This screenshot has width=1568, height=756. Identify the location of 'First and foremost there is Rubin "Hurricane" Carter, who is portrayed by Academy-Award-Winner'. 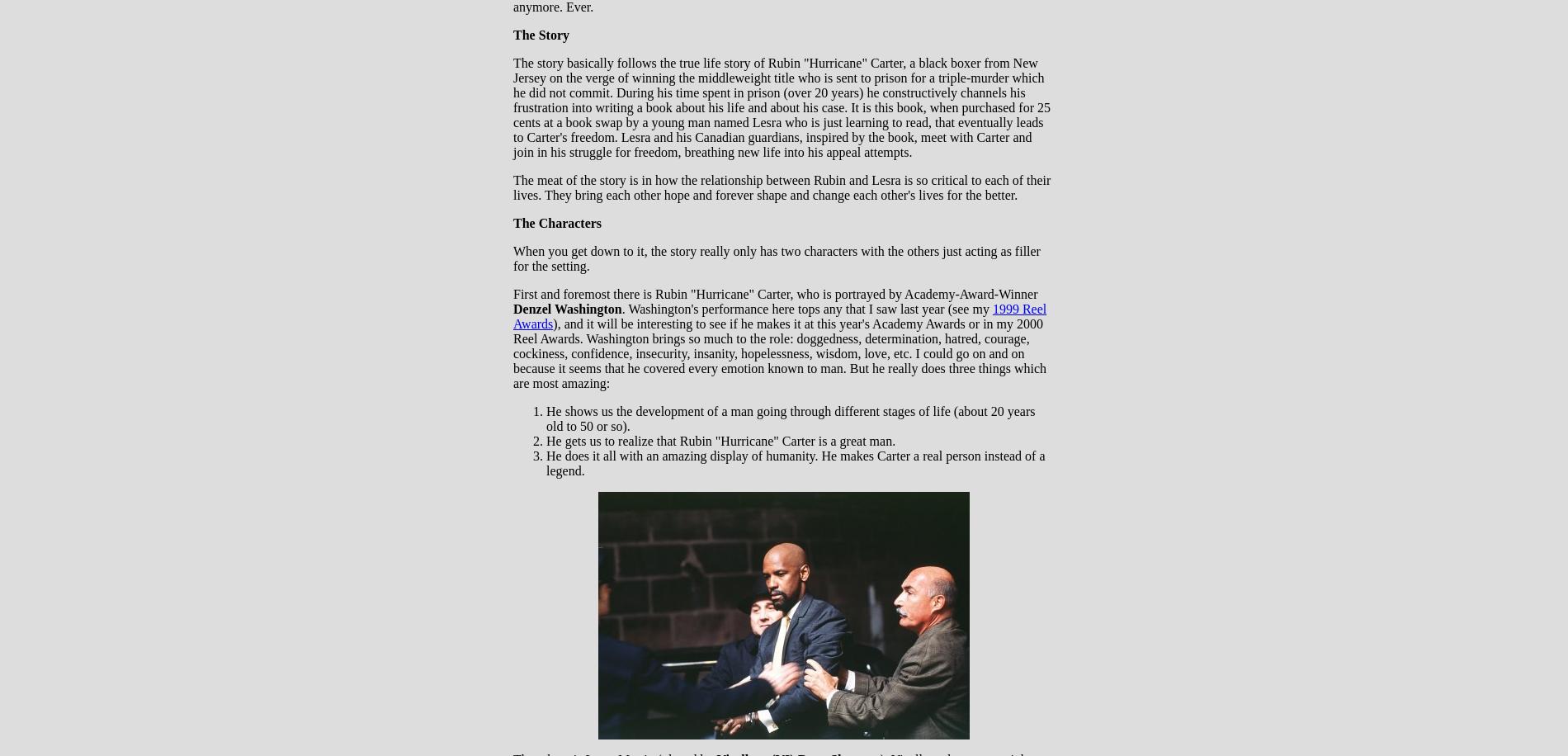
(774, 294).